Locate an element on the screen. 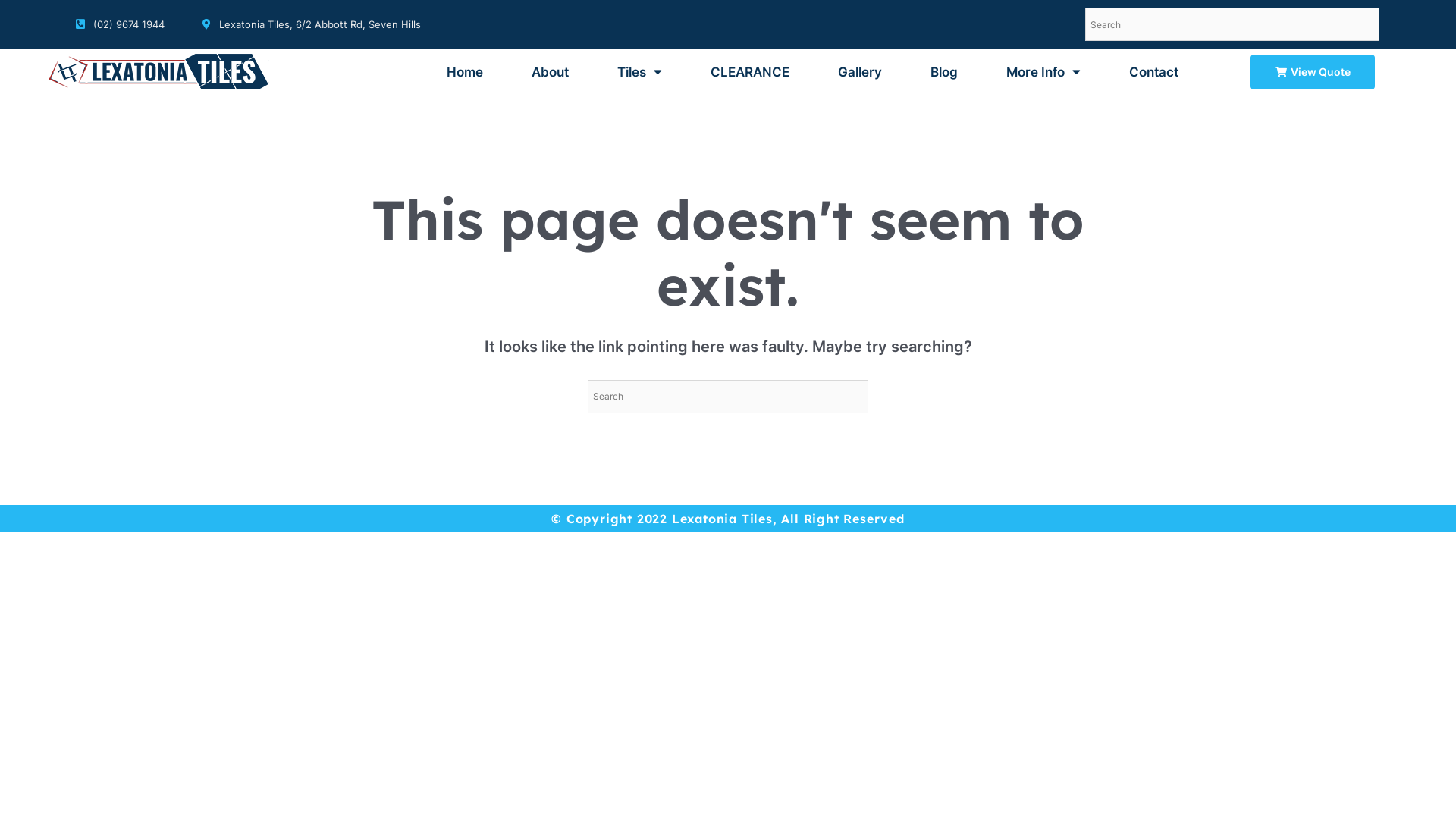 The image size is (1456, 819). 'About' is located at coordinates (516, 72).